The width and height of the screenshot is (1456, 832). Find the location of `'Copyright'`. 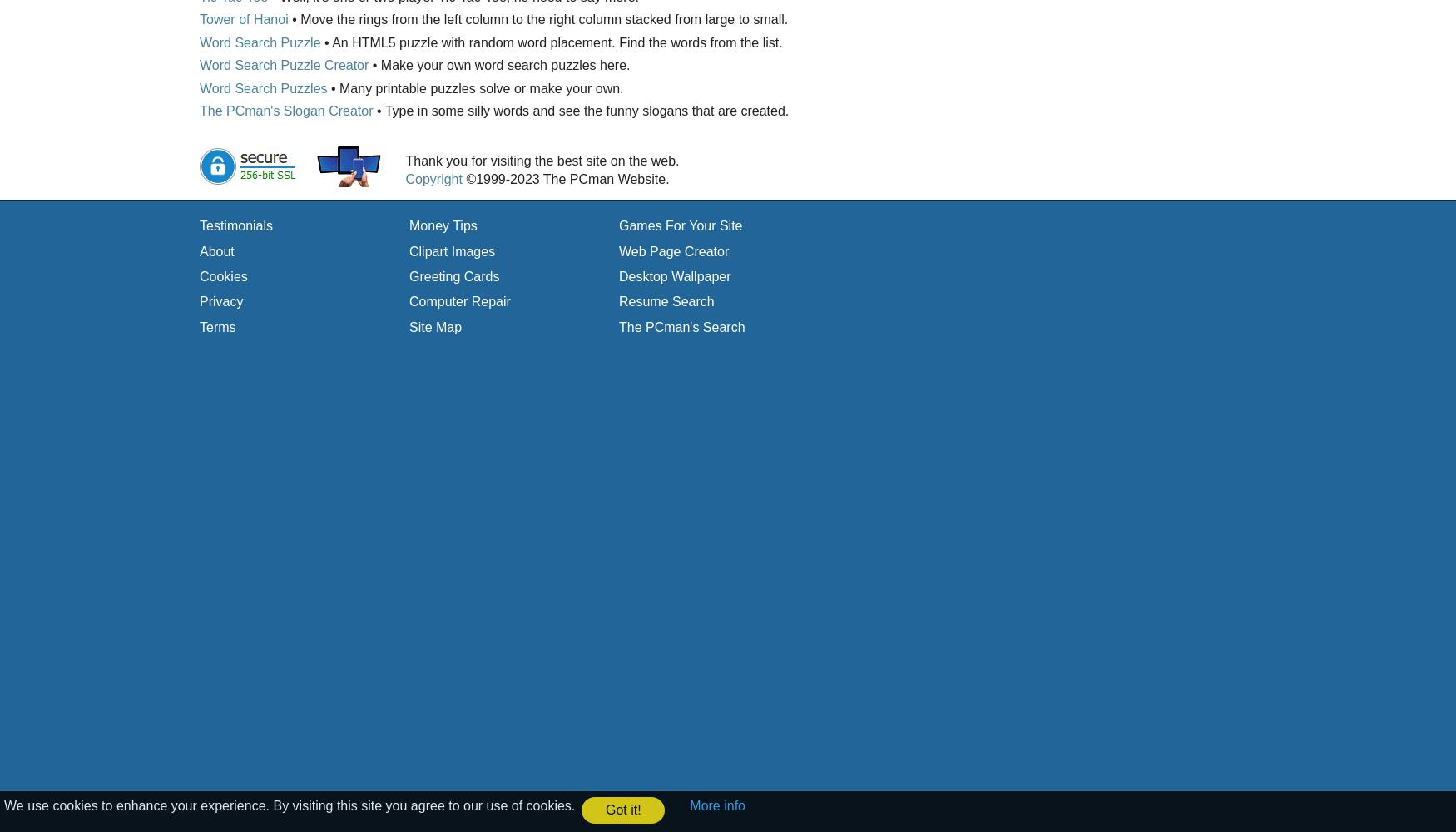

'Copyright' is located at coordinates (405, 178).